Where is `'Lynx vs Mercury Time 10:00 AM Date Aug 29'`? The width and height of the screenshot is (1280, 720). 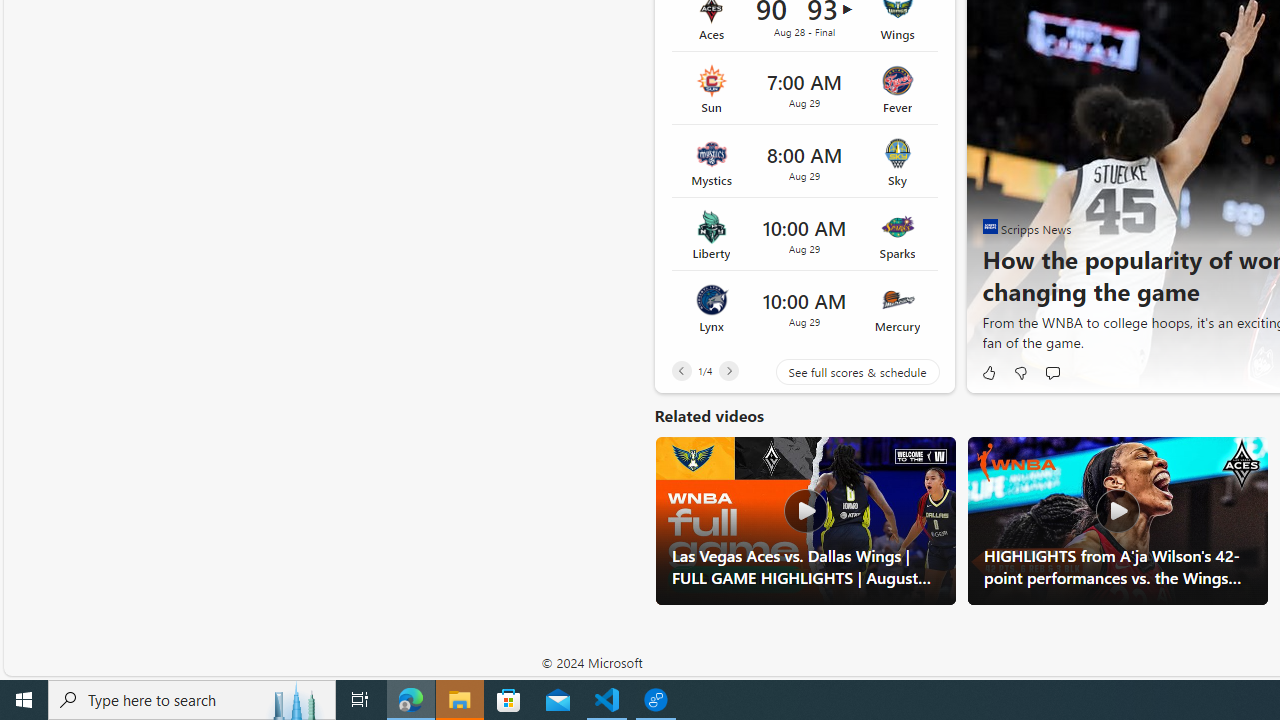
'Lynx vs Mercury Time 10:00 AM Date Aug 29' is located at coordinates (804, 307).